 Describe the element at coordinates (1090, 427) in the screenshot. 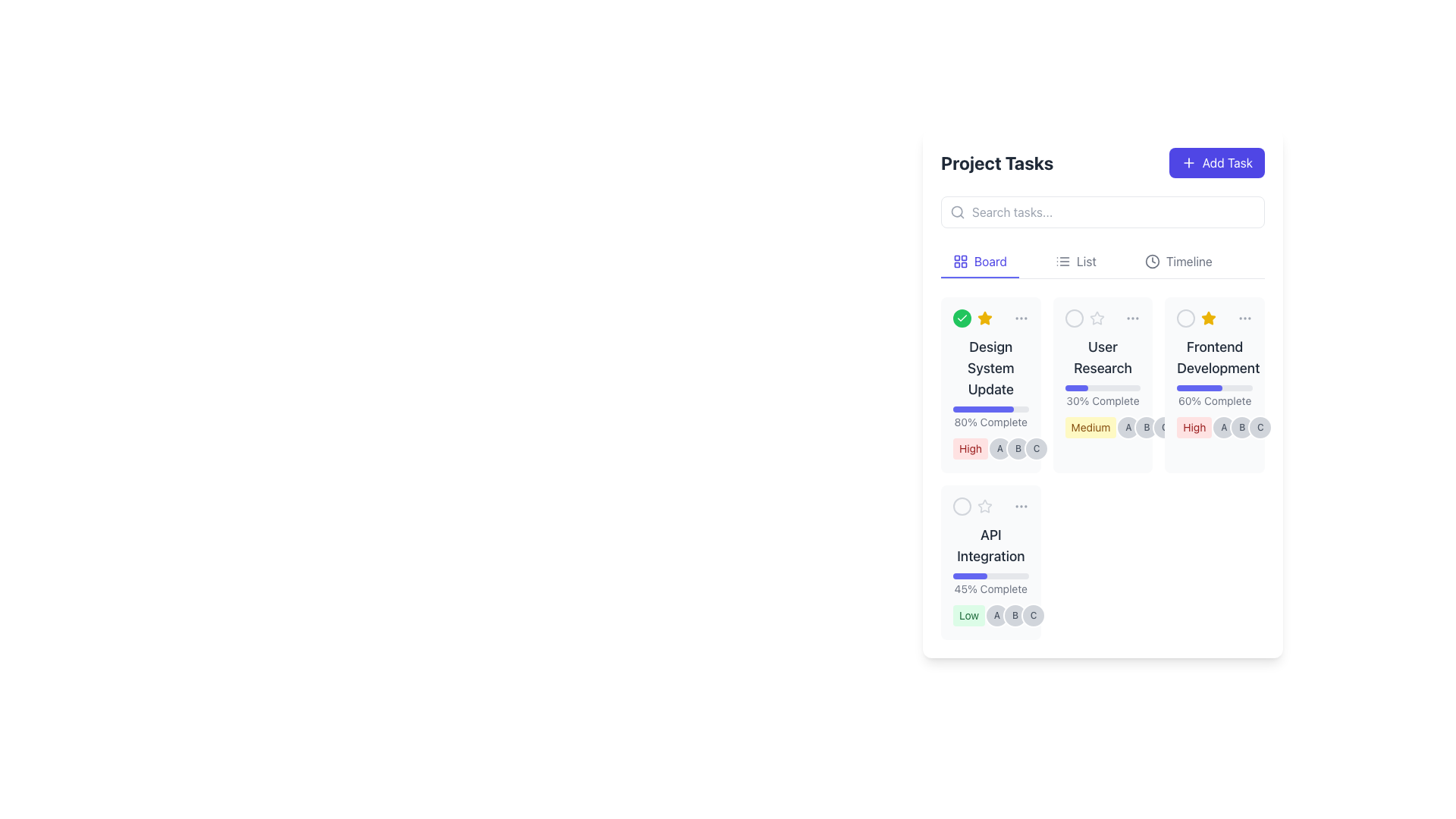

I see `the priority level label indicating the medium importance of the 'User Research' task, located below the blue progress bar at '30% Complete'` at that location.